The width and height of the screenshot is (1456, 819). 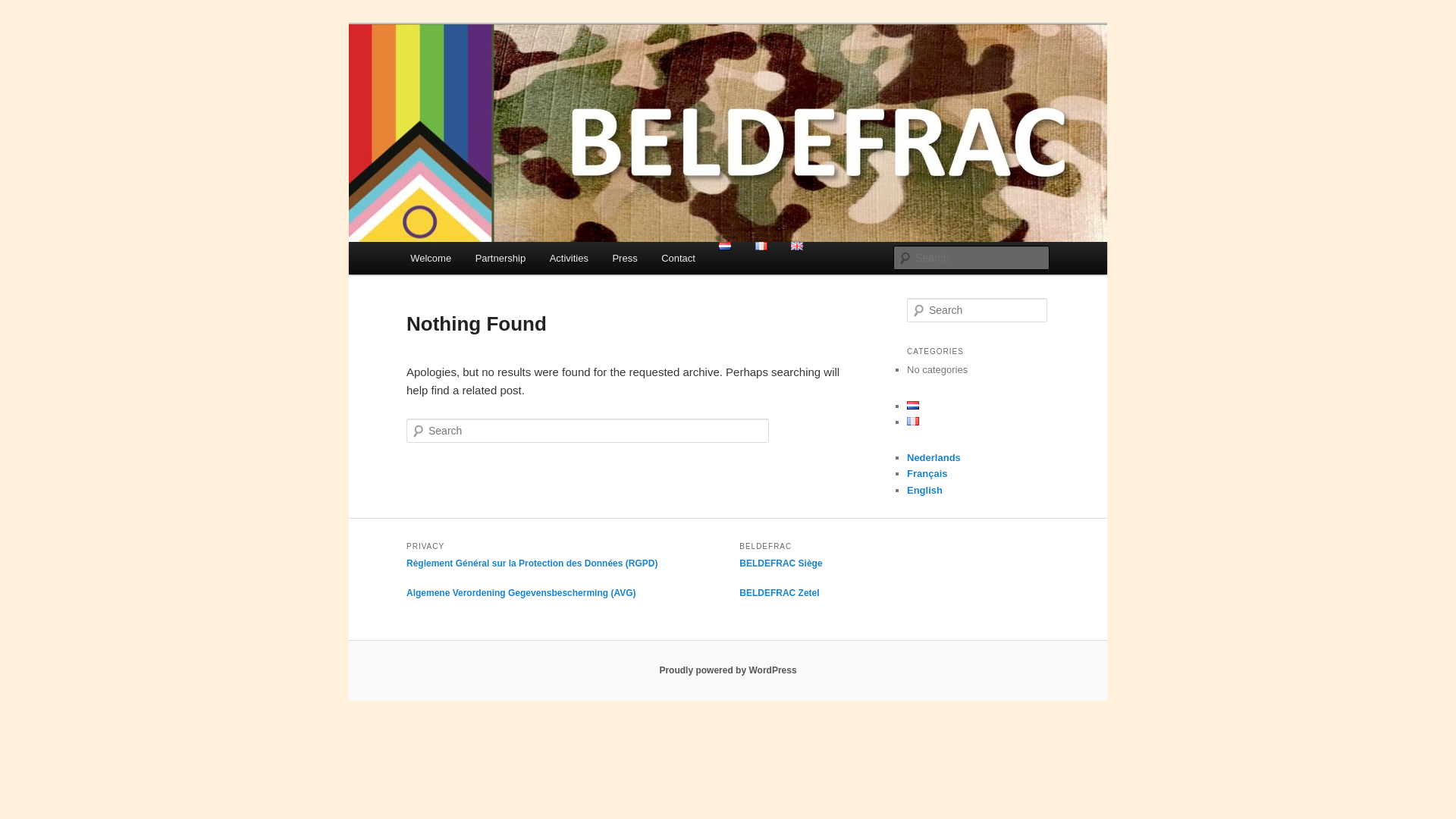 I want to click on 'Algemene Verordening Gegevensbescherming (AVG)', so click(x=521, y=592).